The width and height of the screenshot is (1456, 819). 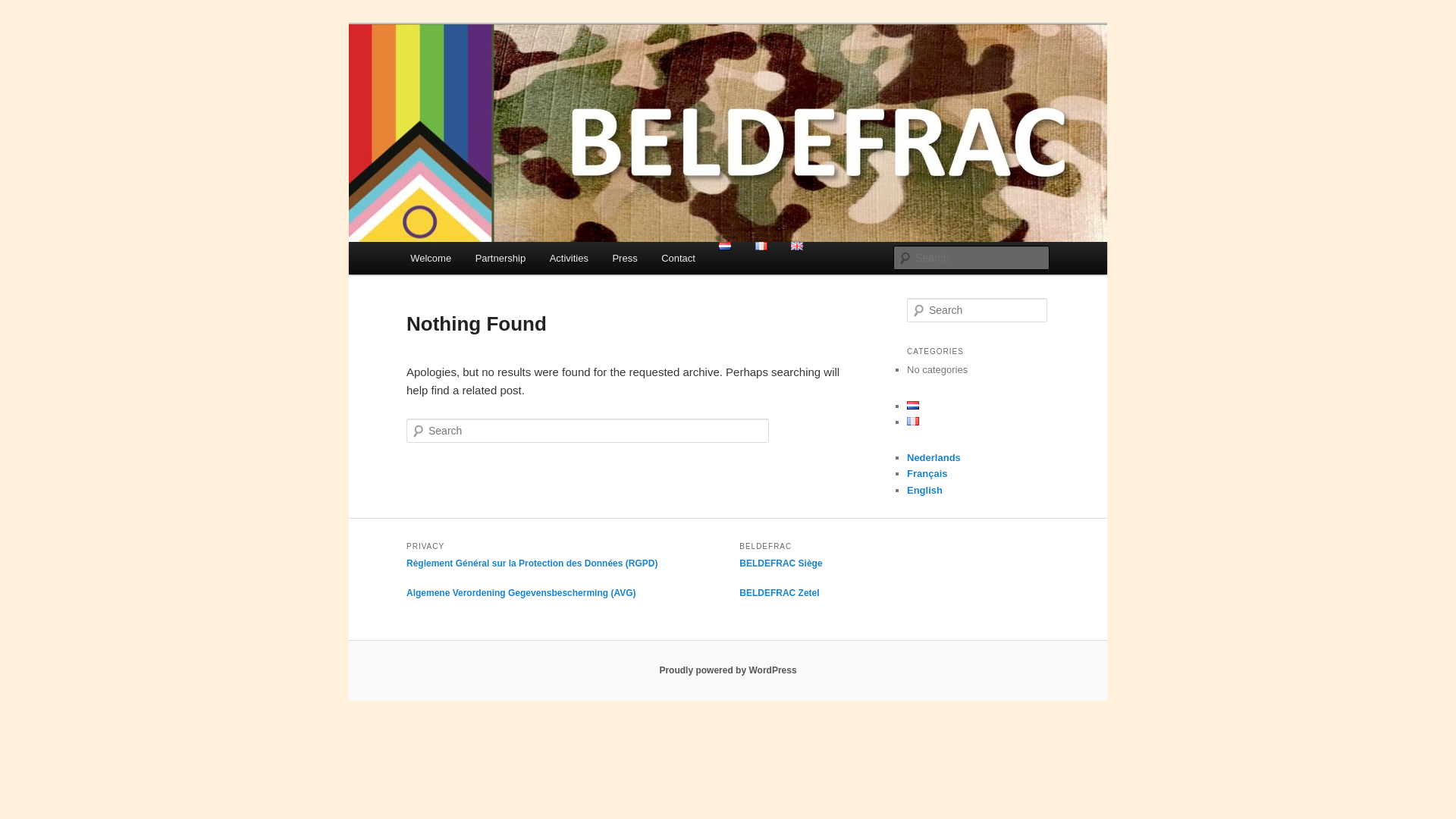 I want to click on 'Algemene Verordening Gegevensbescherming (AVG)', so click(x=521, y=592).